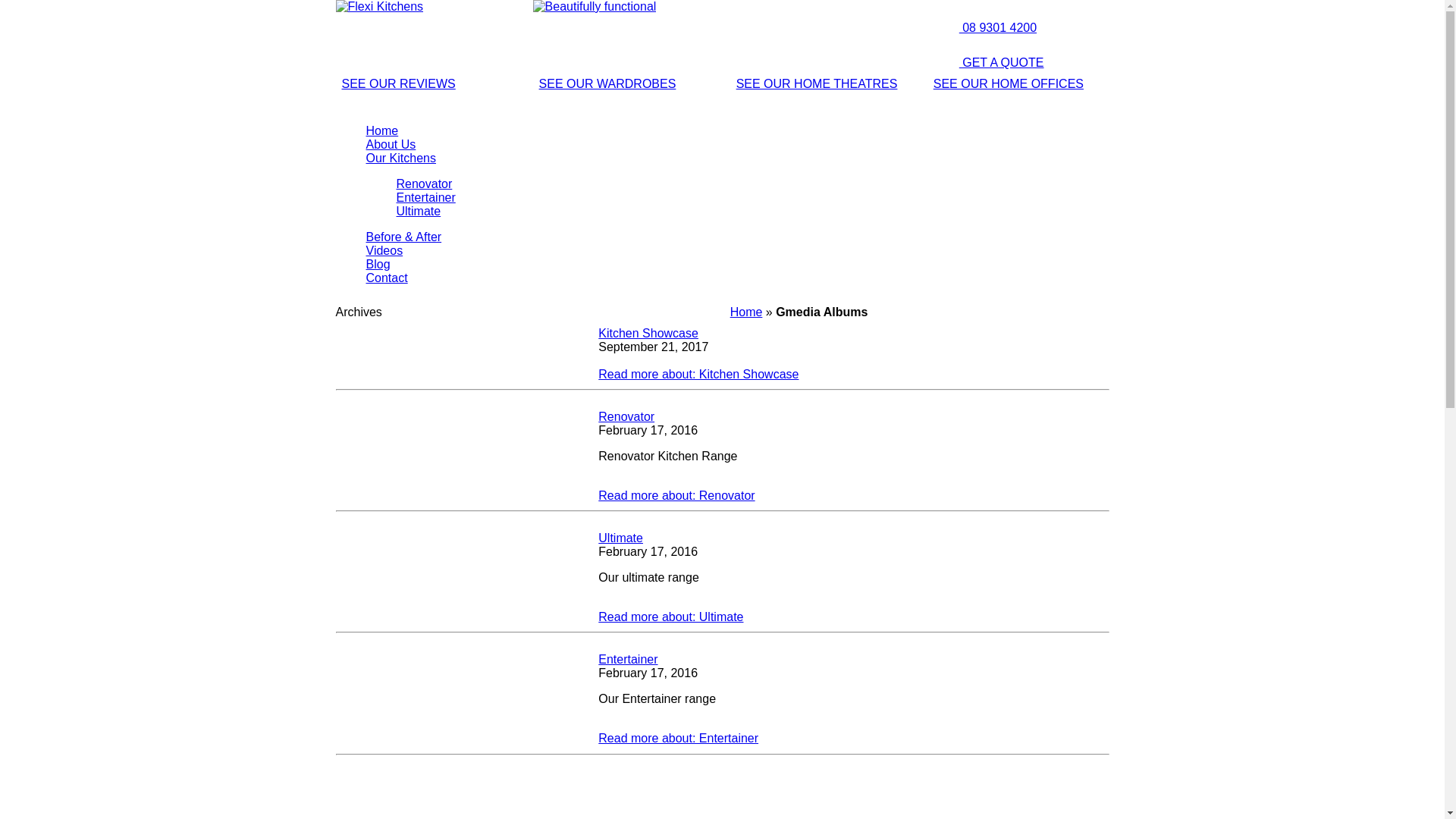  I want to click on 'Entertainer', so click(597, 658).